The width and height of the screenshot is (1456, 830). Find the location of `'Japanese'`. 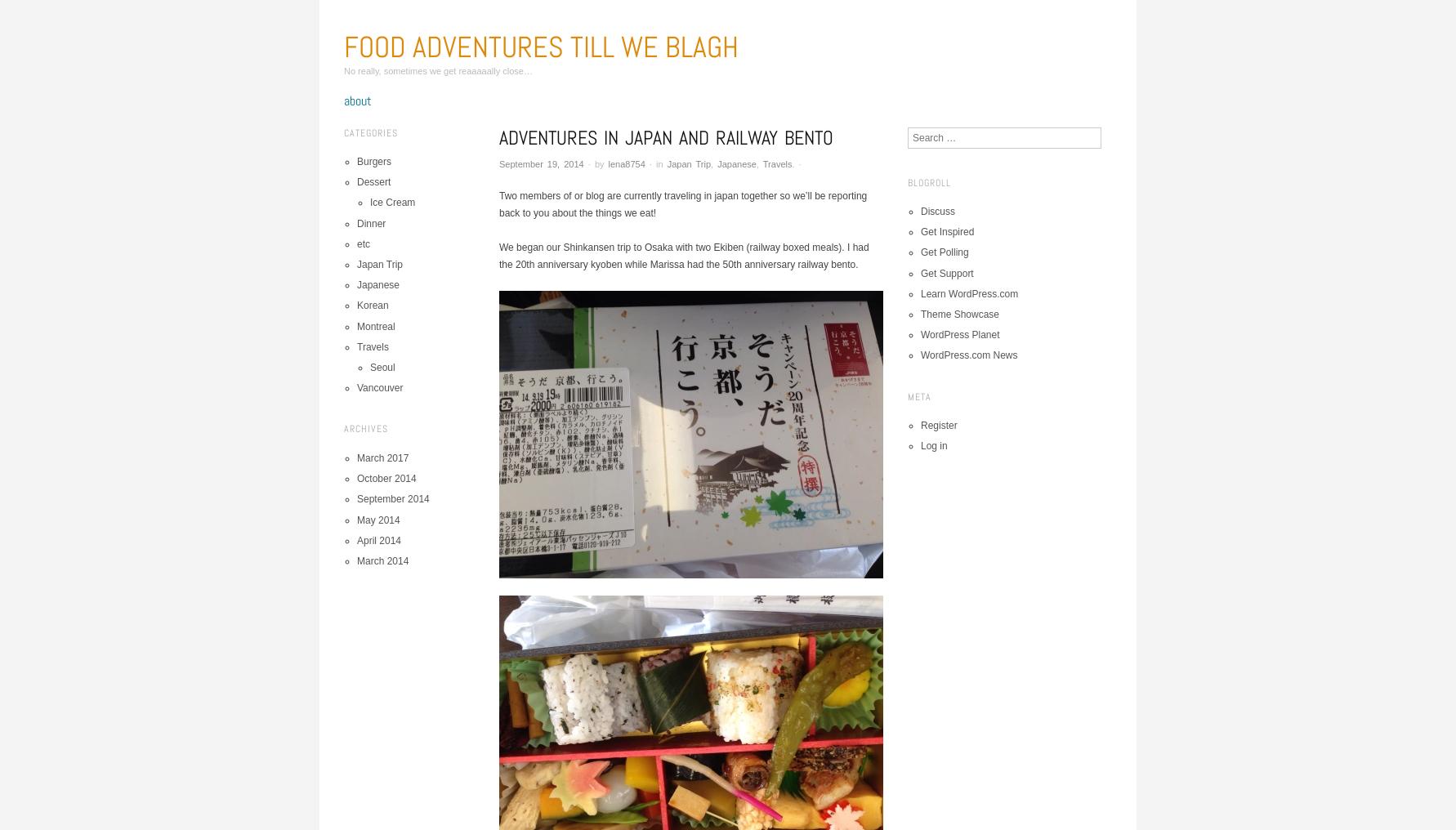

'Japanese' is located at coordinates (716, 163).